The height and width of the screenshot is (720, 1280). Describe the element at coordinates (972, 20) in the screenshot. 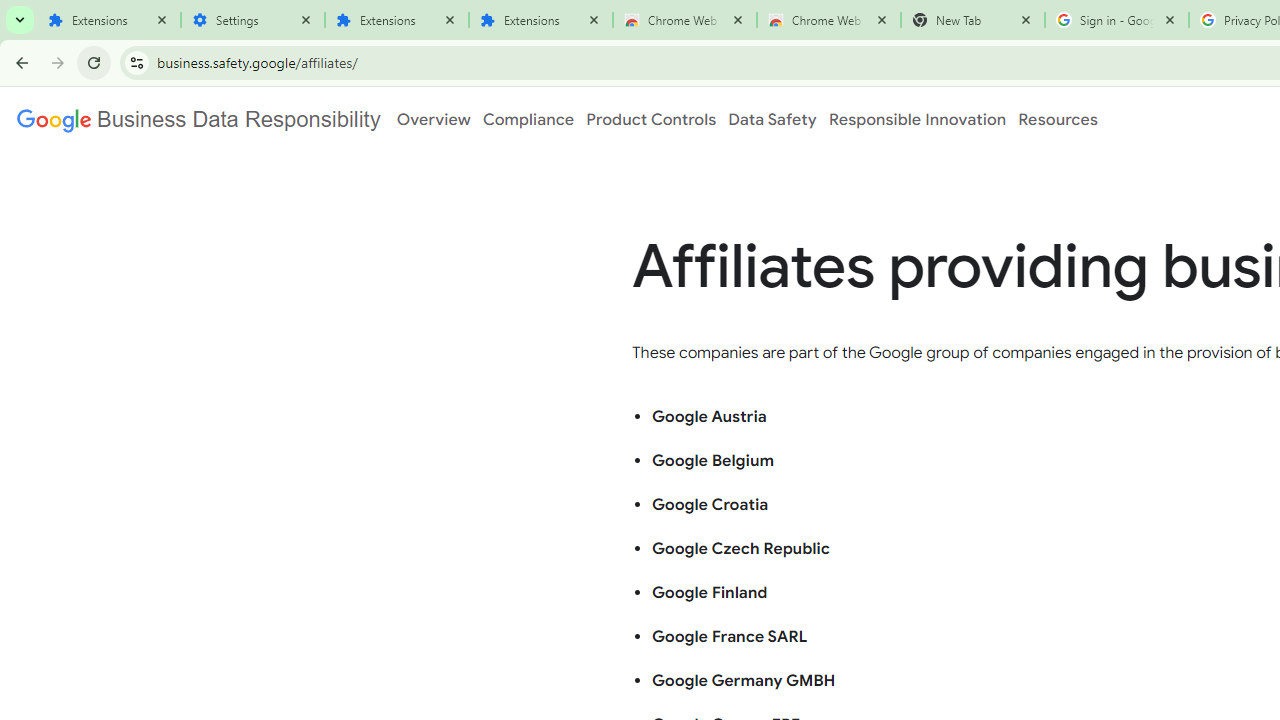

I see `'New Tab'` at that location.